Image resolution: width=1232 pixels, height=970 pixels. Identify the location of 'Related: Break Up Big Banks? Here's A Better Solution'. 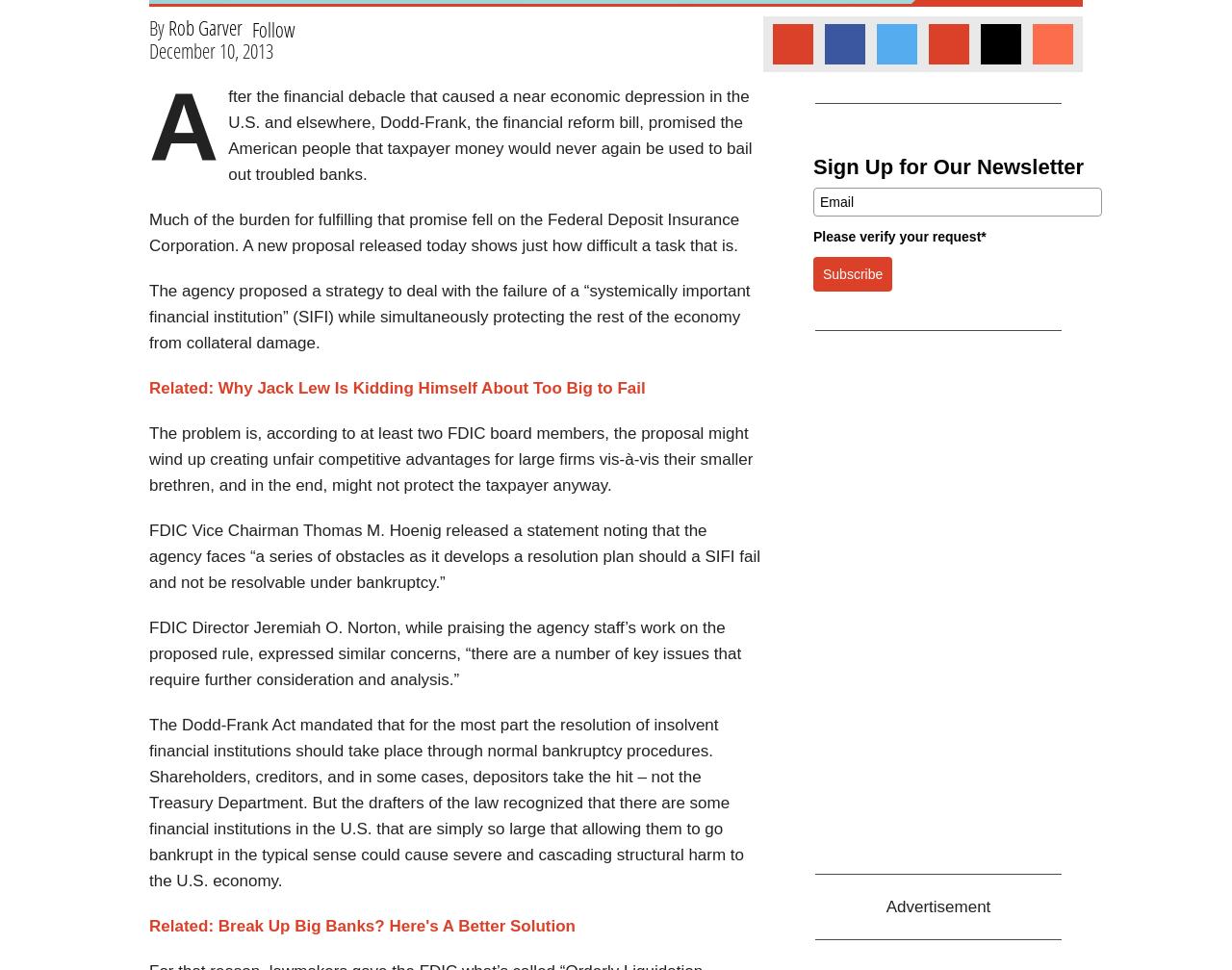
(362, 926).